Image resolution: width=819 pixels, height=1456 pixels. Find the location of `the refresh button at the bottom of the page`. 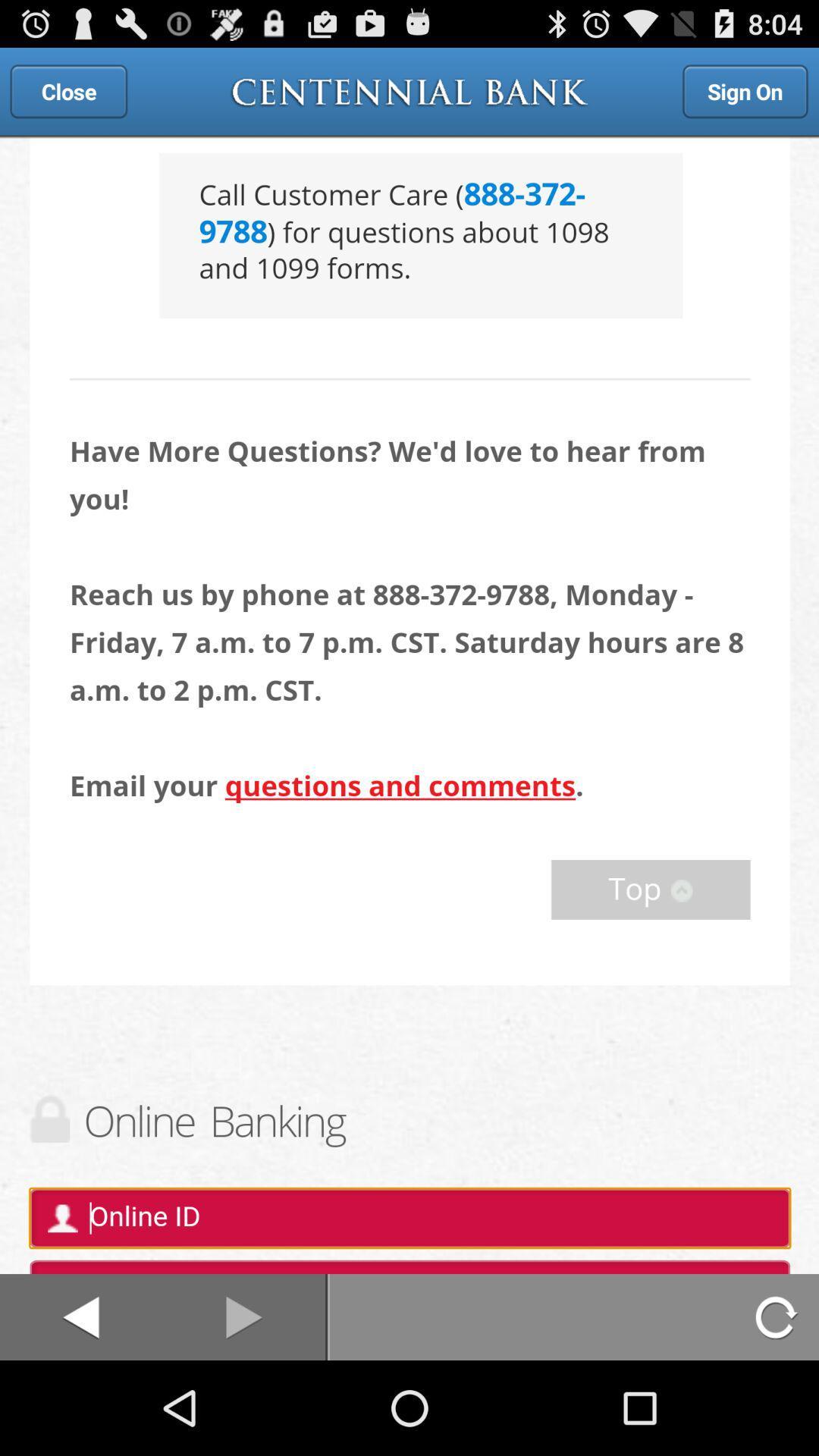

the refresh button at the bottom of the page is located at coordinates (778, 1316).